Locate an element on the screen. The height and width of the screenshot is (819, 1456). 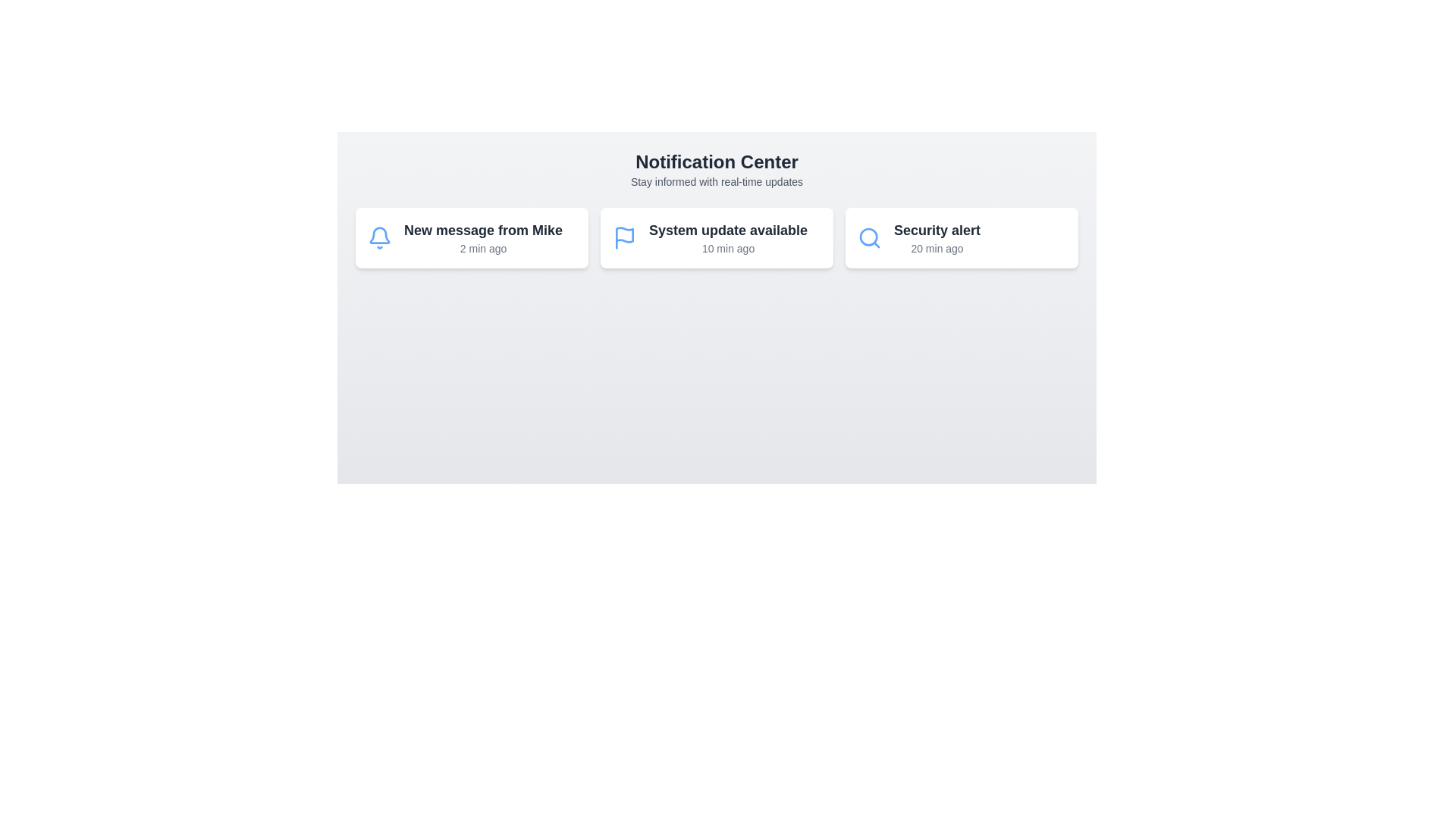
text of the headline in the first notification box, which summarizes the alert or message contents as 'New message from Mike' is located at coordinates (482, 231).